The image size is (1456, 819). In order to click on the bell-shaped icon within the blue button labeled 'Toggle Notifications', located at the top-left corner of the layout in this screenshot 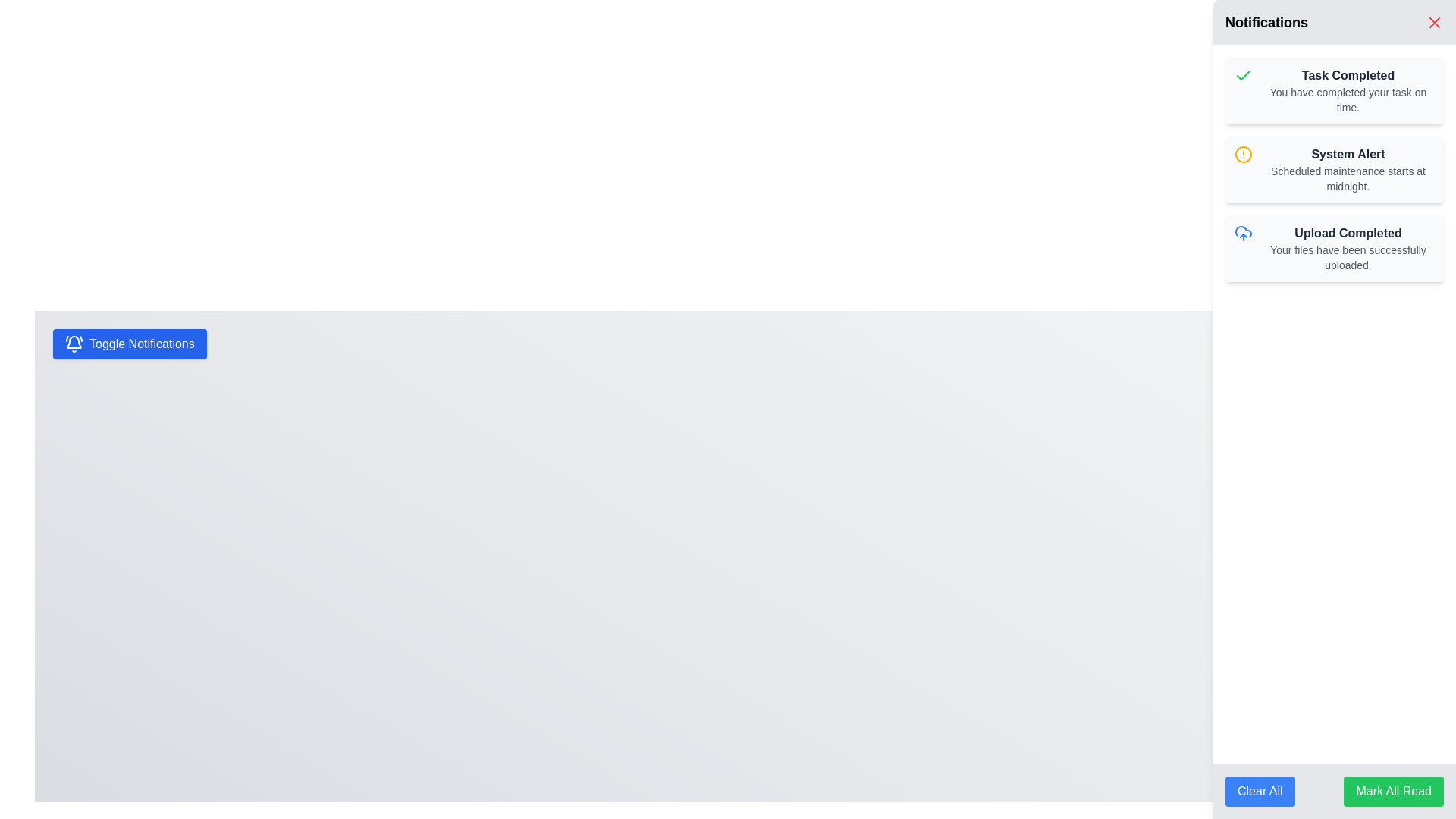, I will do `click(73, 342)`.